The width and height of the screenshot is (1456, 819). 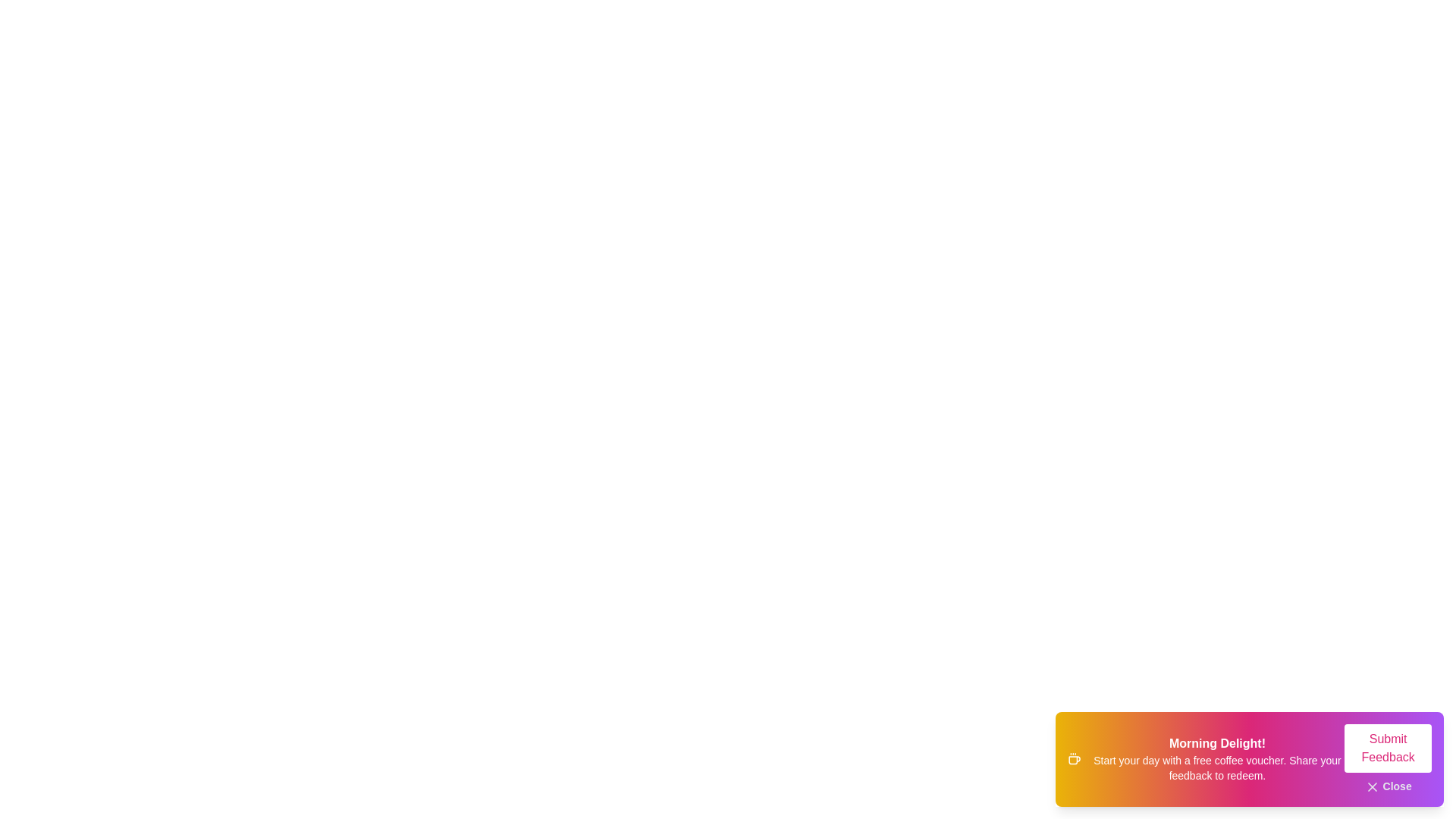 What do you see at coordinates (1388, 747) in the screenshot?
I see `the 'Submit Feedback' button` at bounding box center [1388, 747].